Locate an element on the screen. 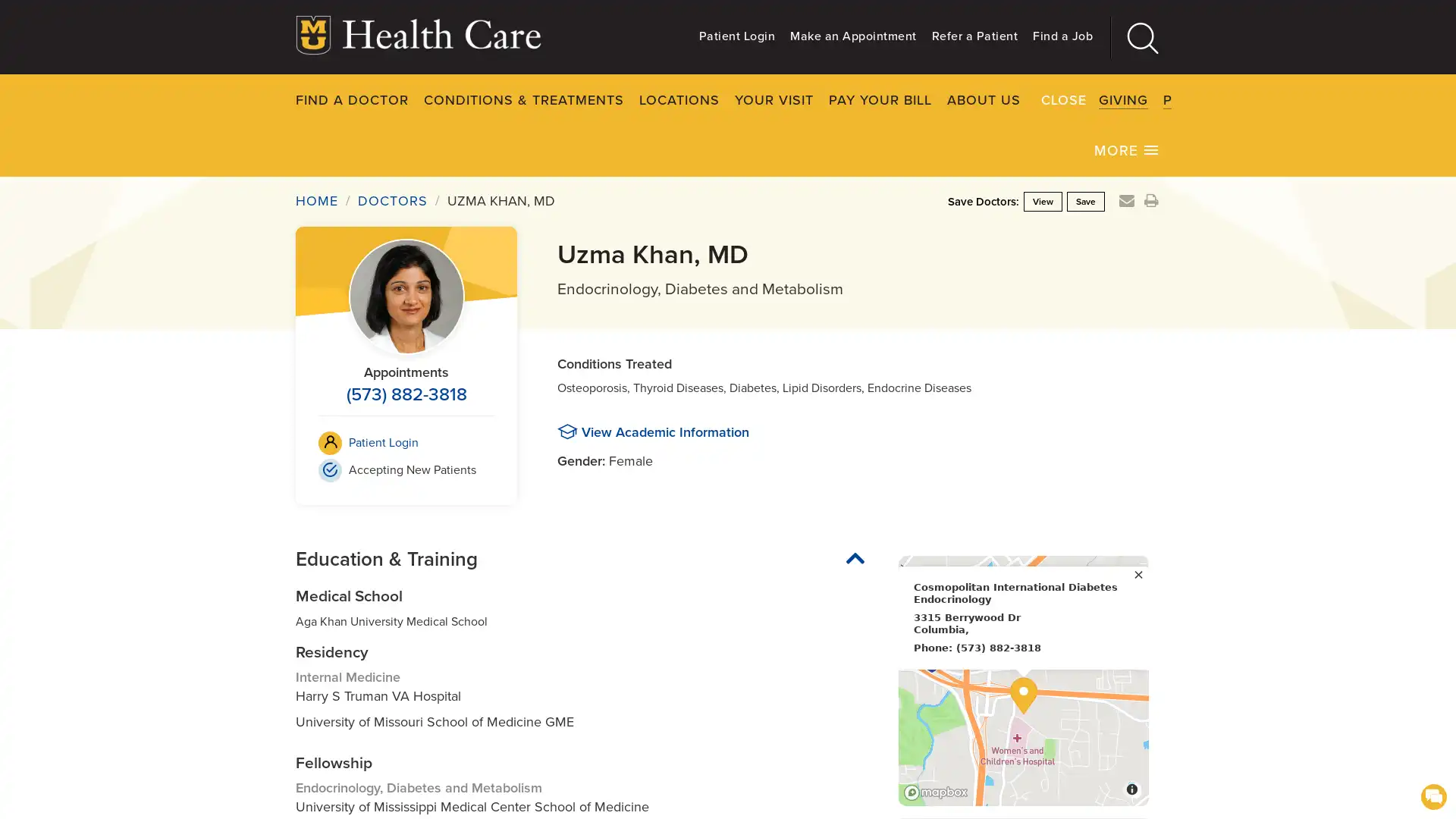 This screenshot has width=1456, height=819. COVID-19 Chat and Assessment Tool is located at coordinates (1432, 795).